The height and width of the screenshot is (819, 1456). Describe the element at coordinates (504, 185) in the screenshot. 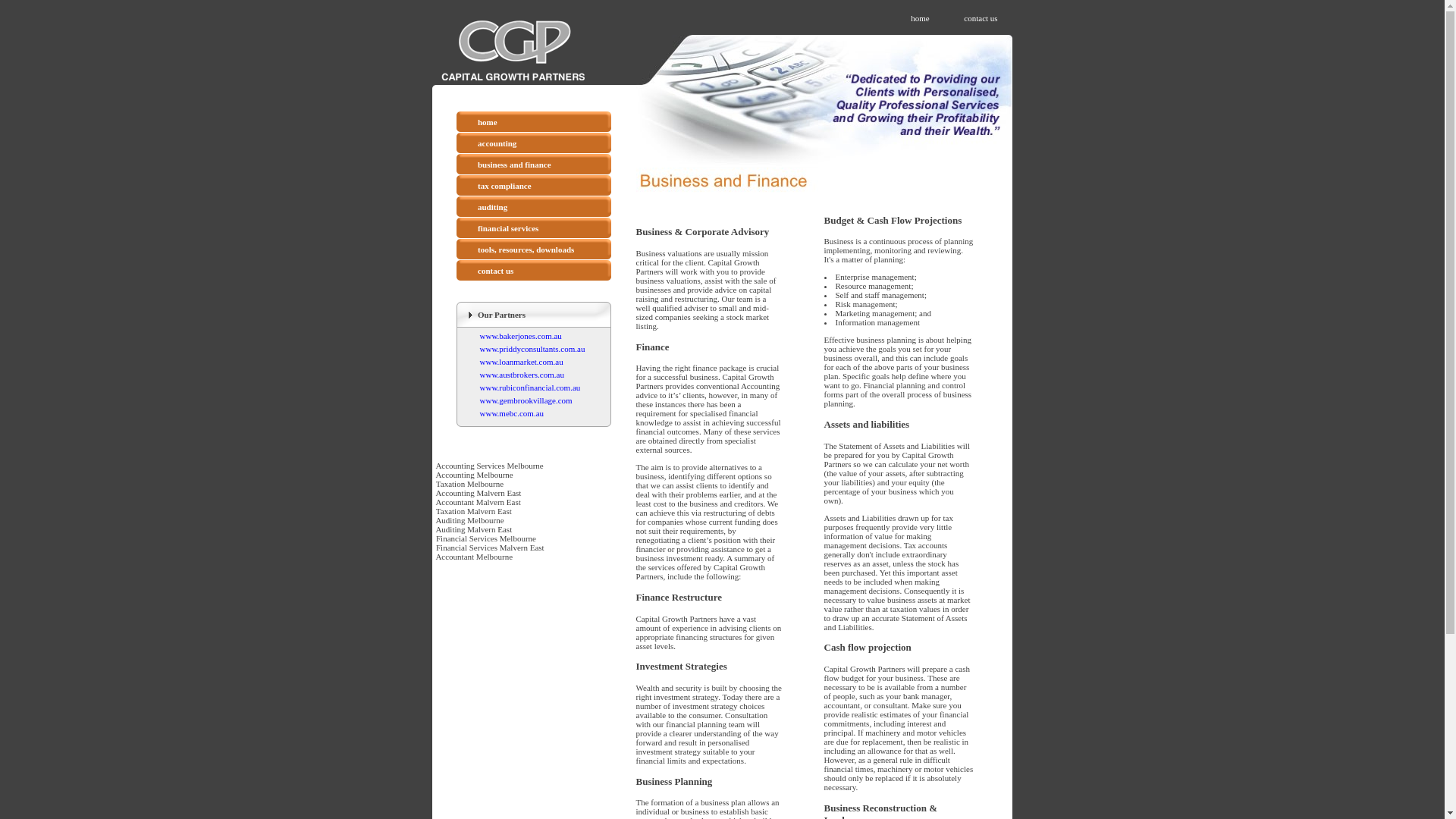

I see `'tax compliance'` at that location.